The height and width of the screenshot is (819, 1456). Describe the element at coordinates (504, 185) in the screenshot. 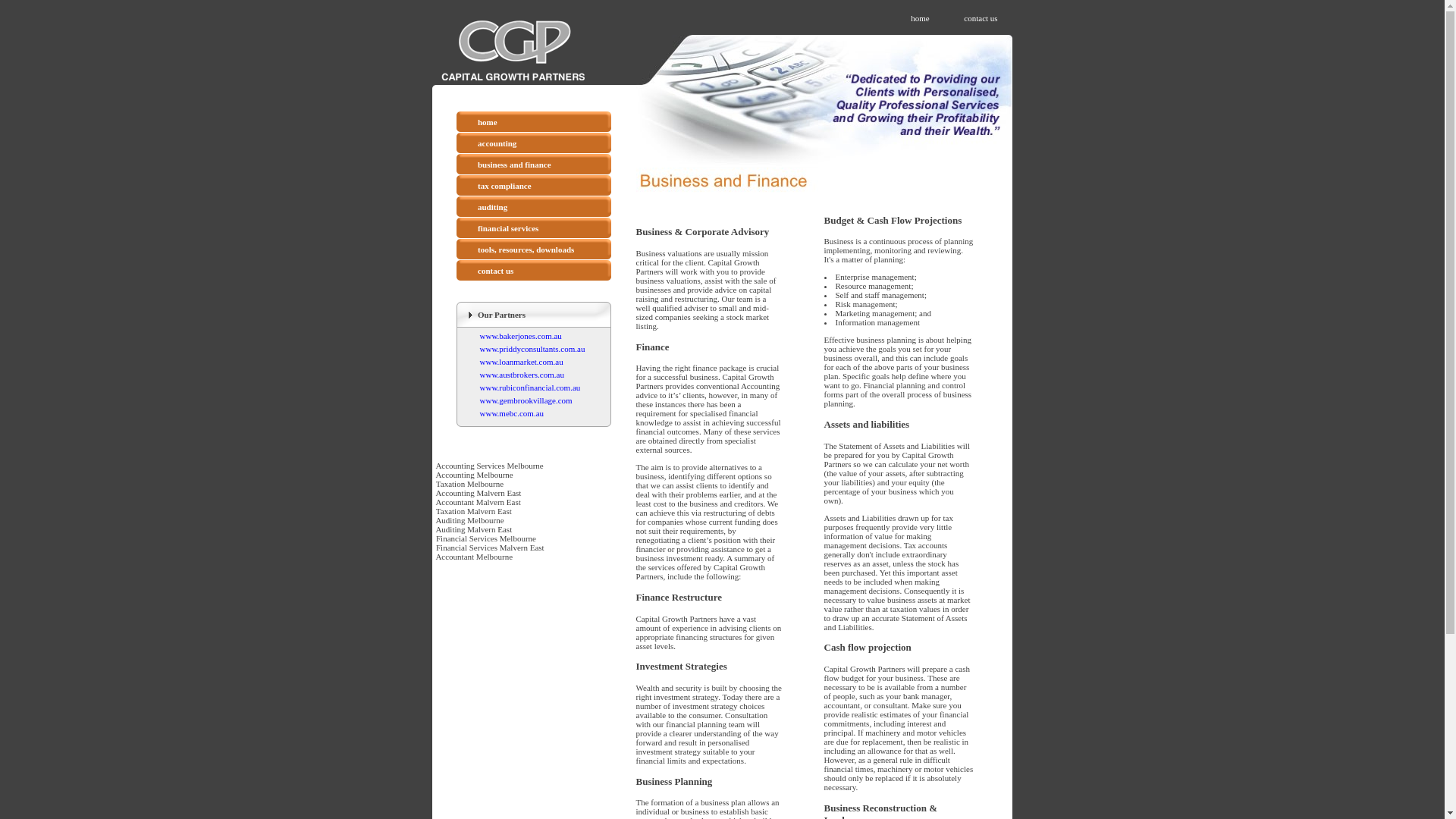

I see `'tax compliance'` at that location.